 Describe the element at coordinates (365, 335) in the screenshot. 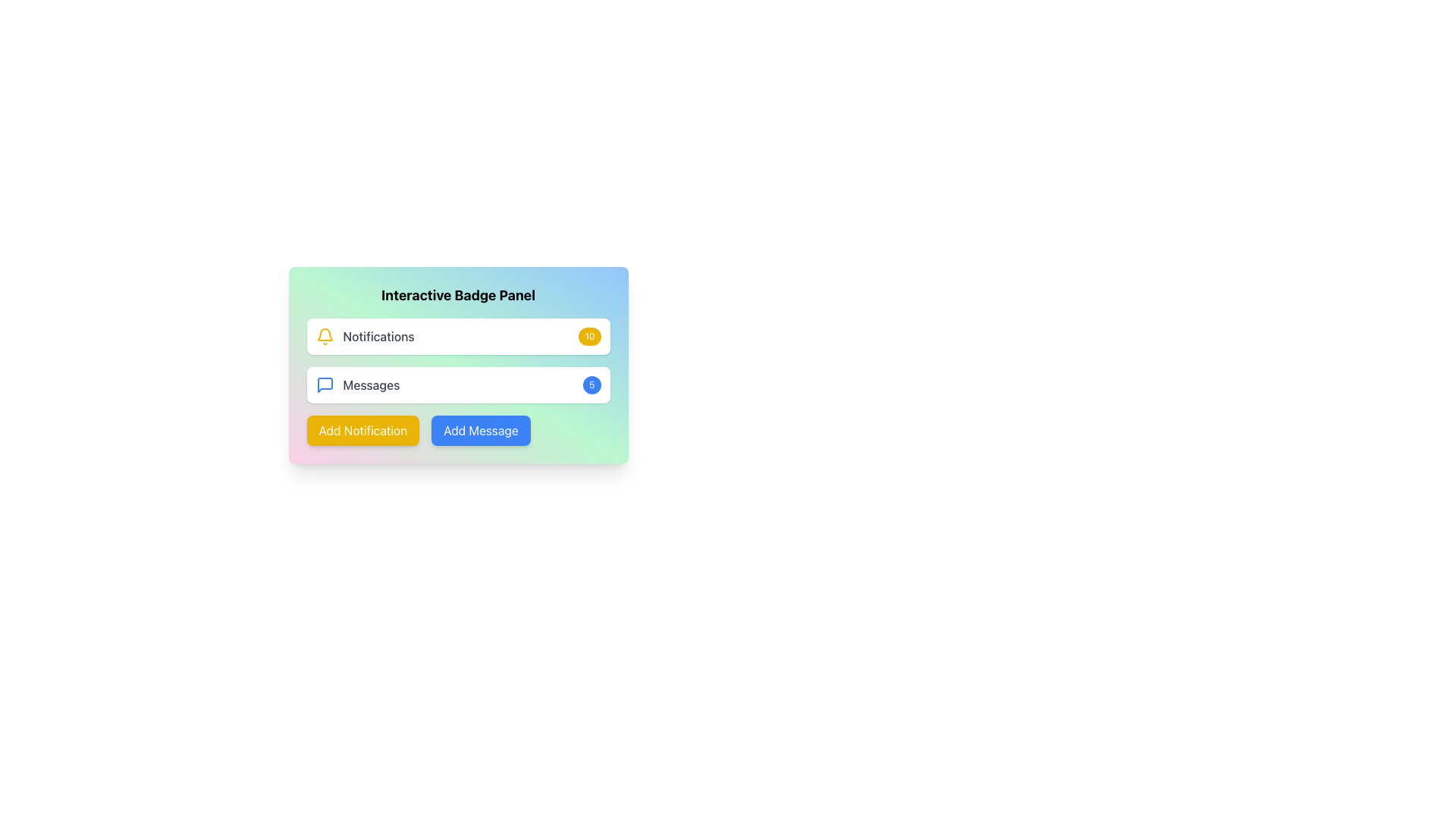

I see `the notification title label that displays a bell icon and the text 'Notifications', located near the top-left area of the main notification header` at that location.